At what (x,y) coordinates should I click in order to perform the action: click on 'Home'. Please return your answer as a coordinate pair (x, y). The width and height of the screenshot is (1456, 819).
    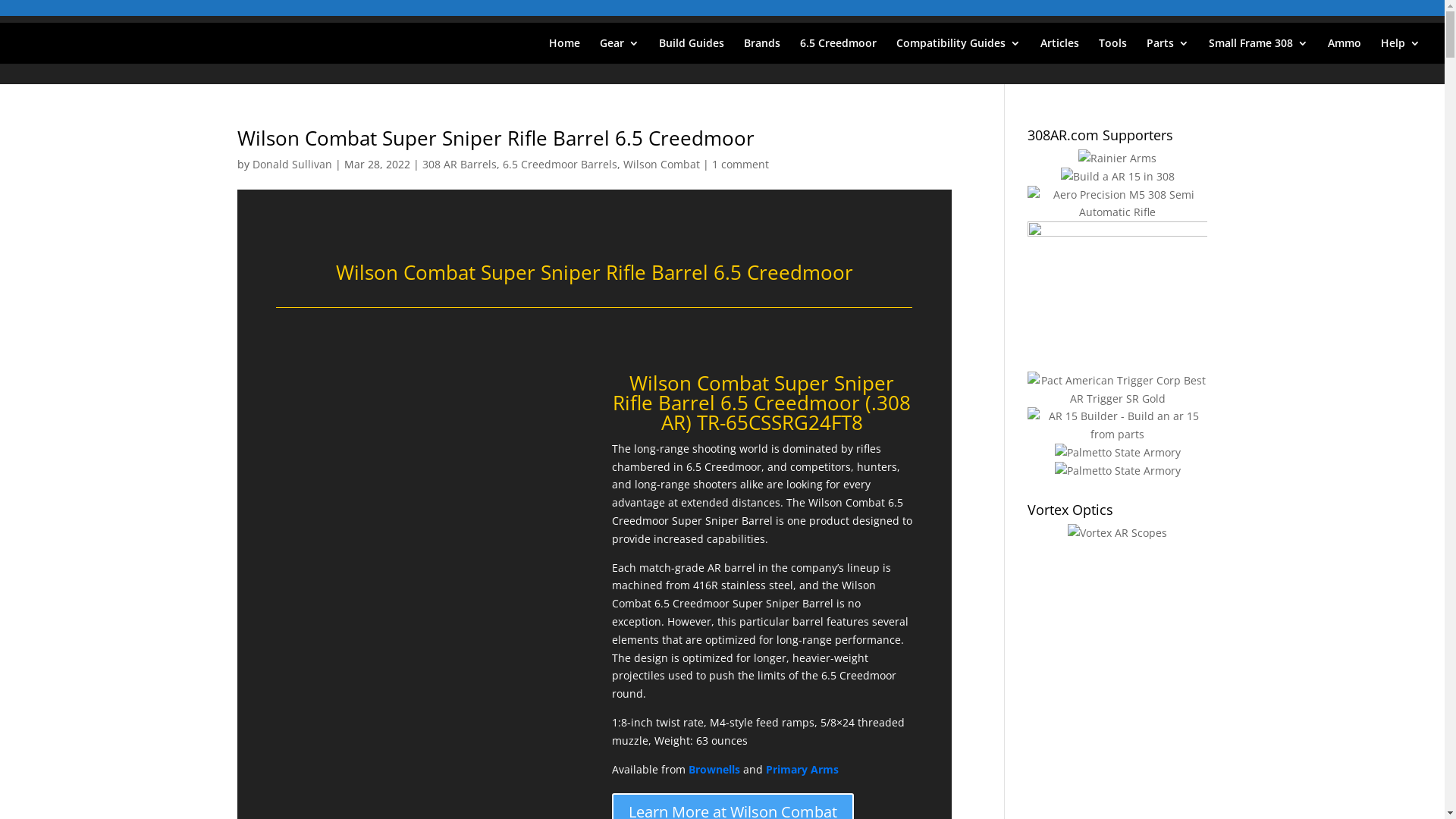
    Looking at the image, I should click on (563, 49).